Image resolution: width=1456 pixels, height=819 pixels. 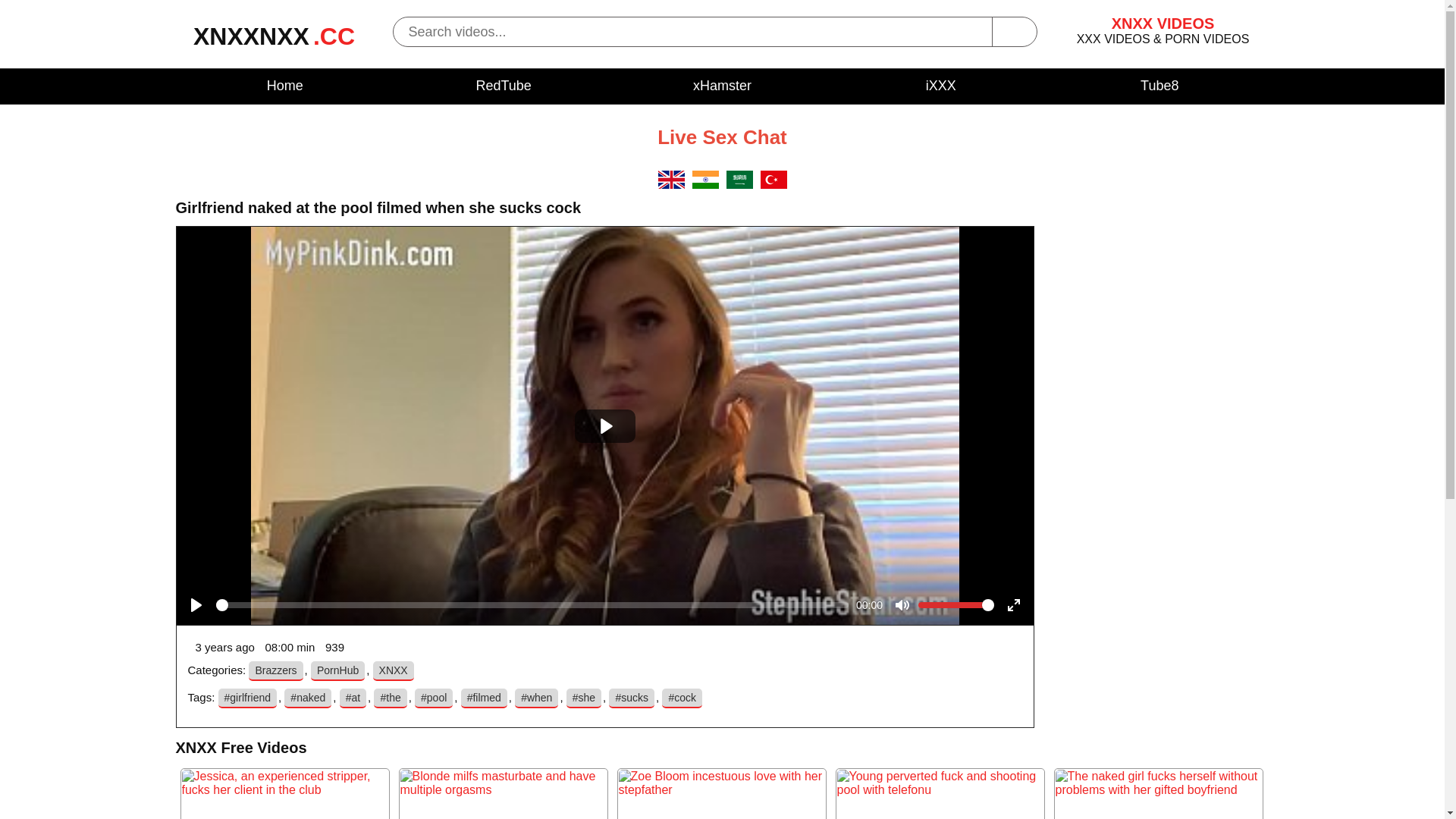 I want to click on '#pool', so click(x=432, y=698).